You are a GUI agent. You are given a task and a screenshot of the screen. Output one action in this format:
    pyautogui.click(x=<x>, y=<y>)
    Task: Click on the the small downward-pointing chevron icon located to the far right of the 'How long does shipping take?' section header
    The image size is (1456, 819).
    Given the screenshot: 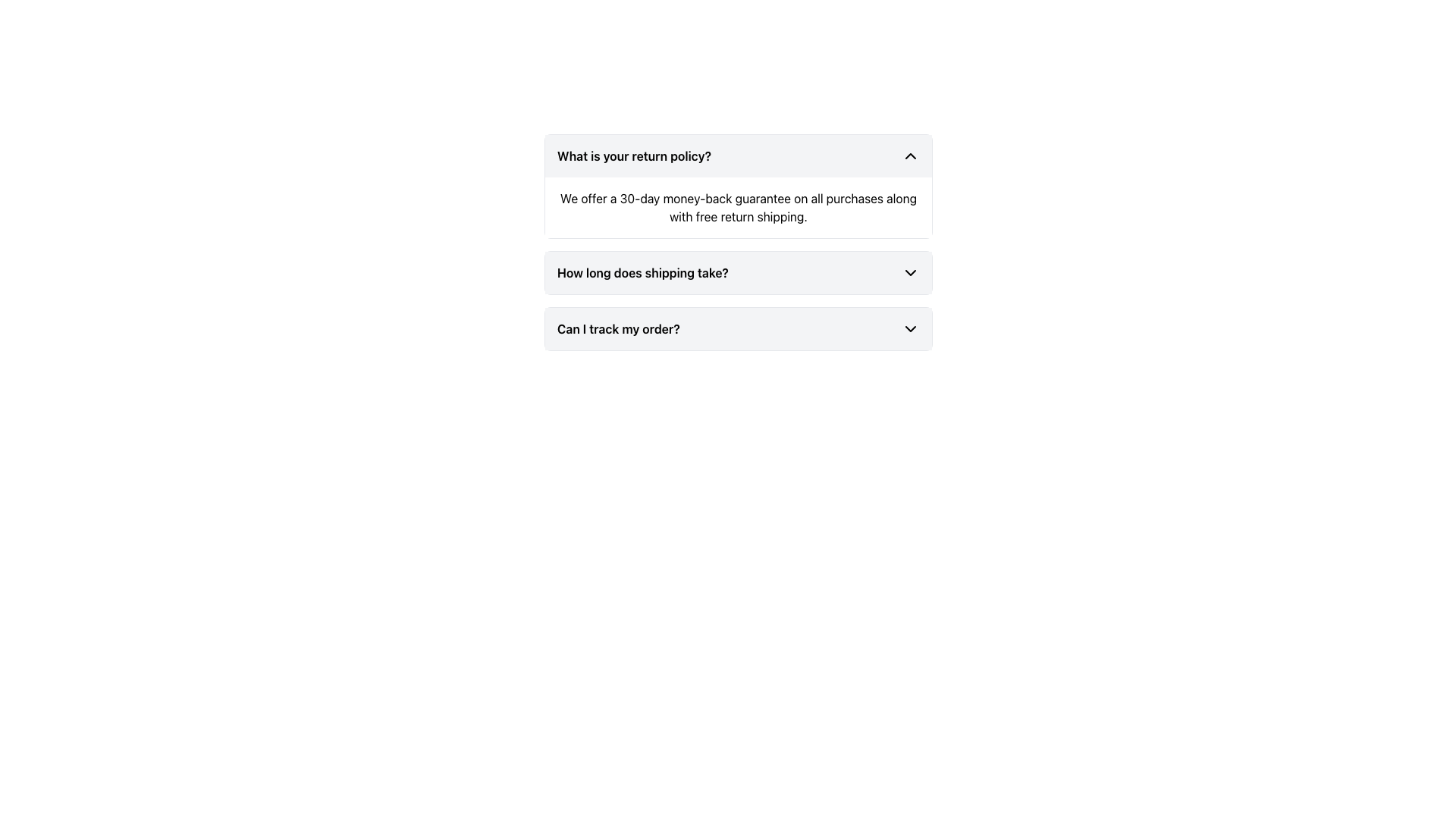 What is the action you would take?
    pyautogui.click(x=910, y=271)
    